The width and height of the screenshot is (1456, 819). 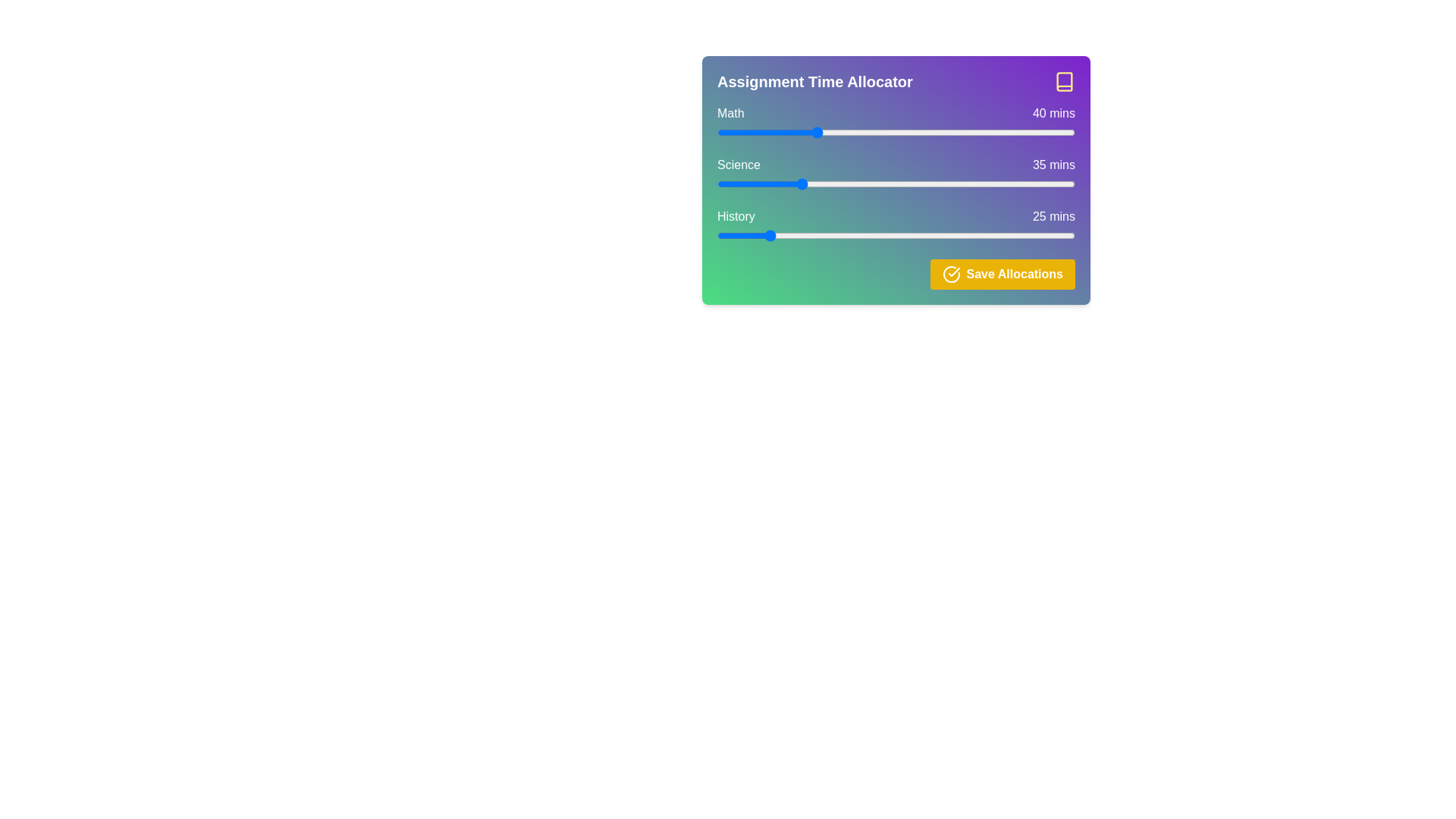 What do you see at coordinates (870, 131) in the screenshot?
I see `the slider for 'Math'` at bounding box center [870, 131].